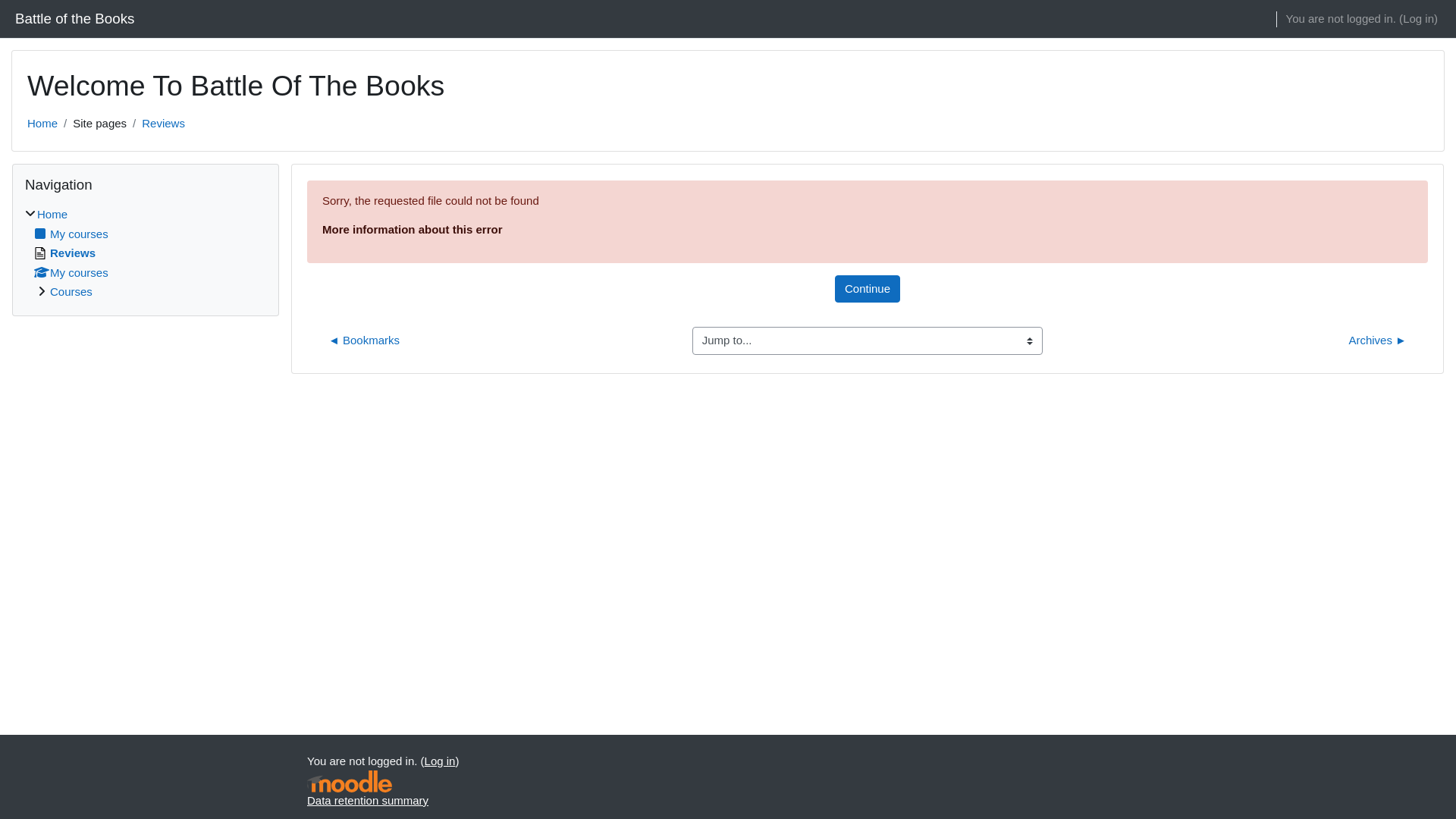  Describe the element at coordinates (71, 291) in the screenshot. I see `'Courses'` at that location.